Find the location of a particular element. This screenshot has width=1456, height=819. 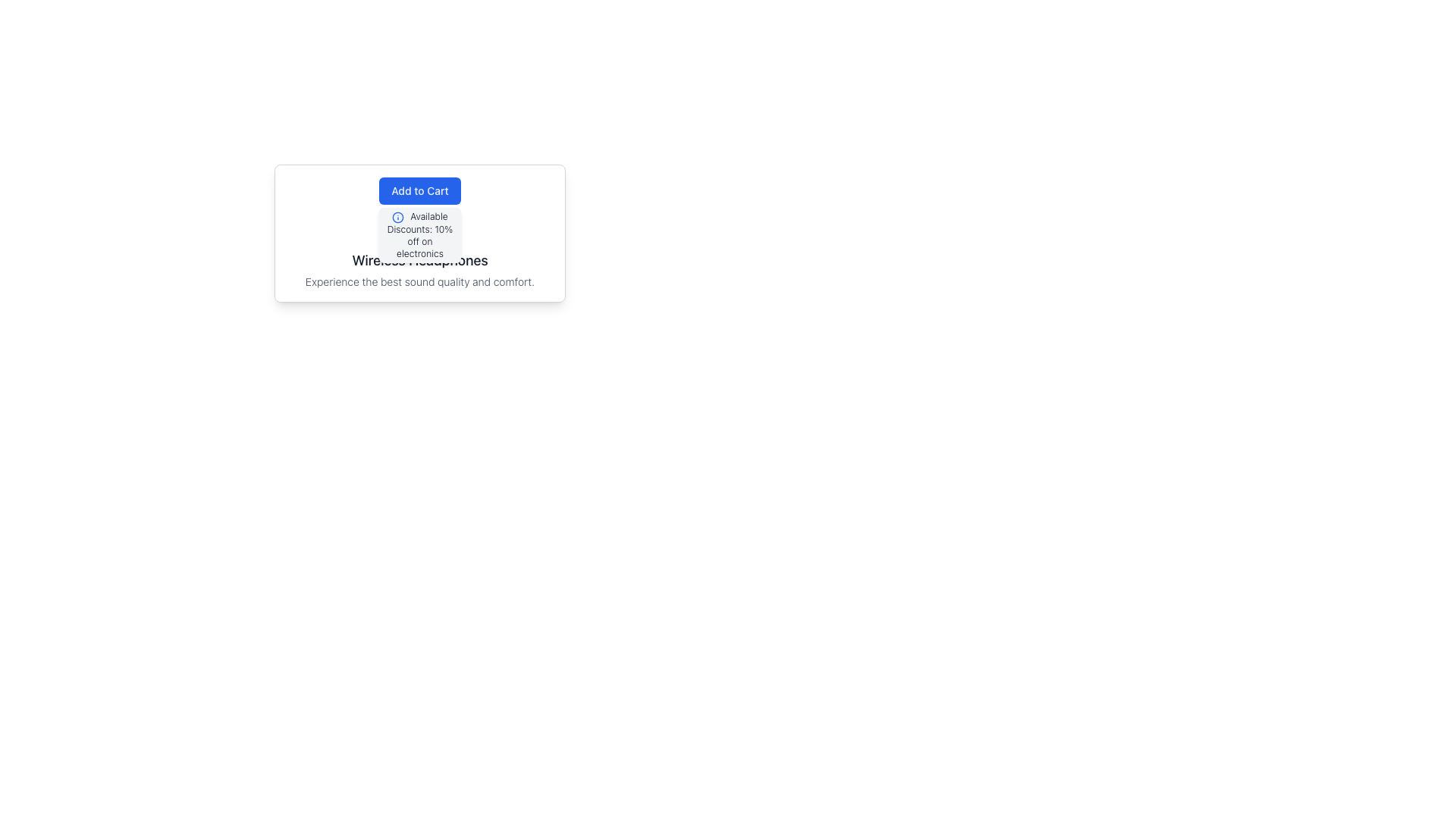

the tooltip displaying 'Available Discounts: 10% off on electronics', which is located directly beneath the 'Add to Cart' button is located at coordinates (419, 235).